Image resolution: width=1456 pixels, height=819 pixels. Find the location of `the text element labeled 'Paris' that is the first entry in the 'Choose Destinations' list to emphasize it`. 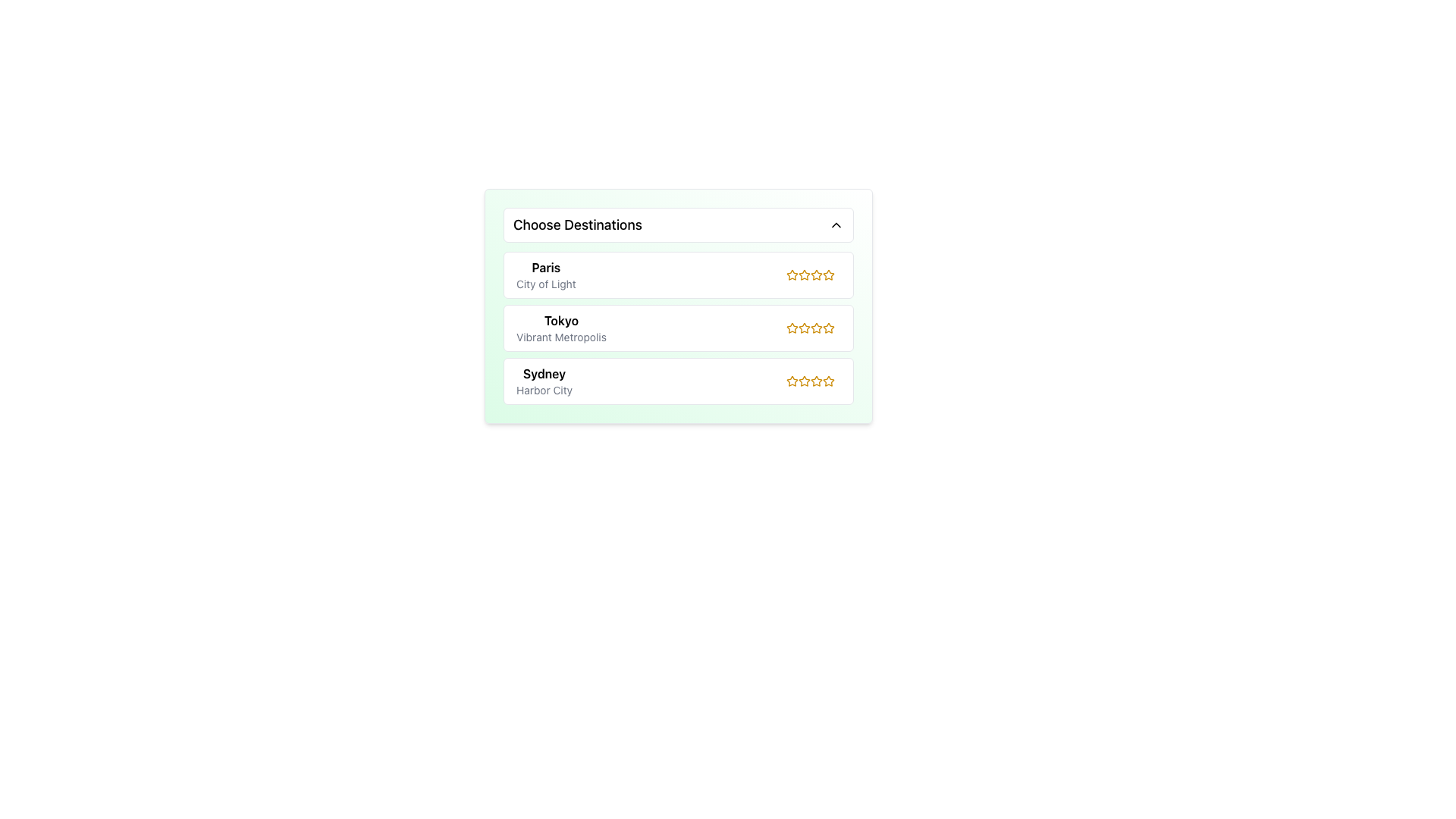

the text element labeled 'Paris' that is the first entry in the 'Choose Destinations' list to emphasize it is located at coordinates (546, 275).